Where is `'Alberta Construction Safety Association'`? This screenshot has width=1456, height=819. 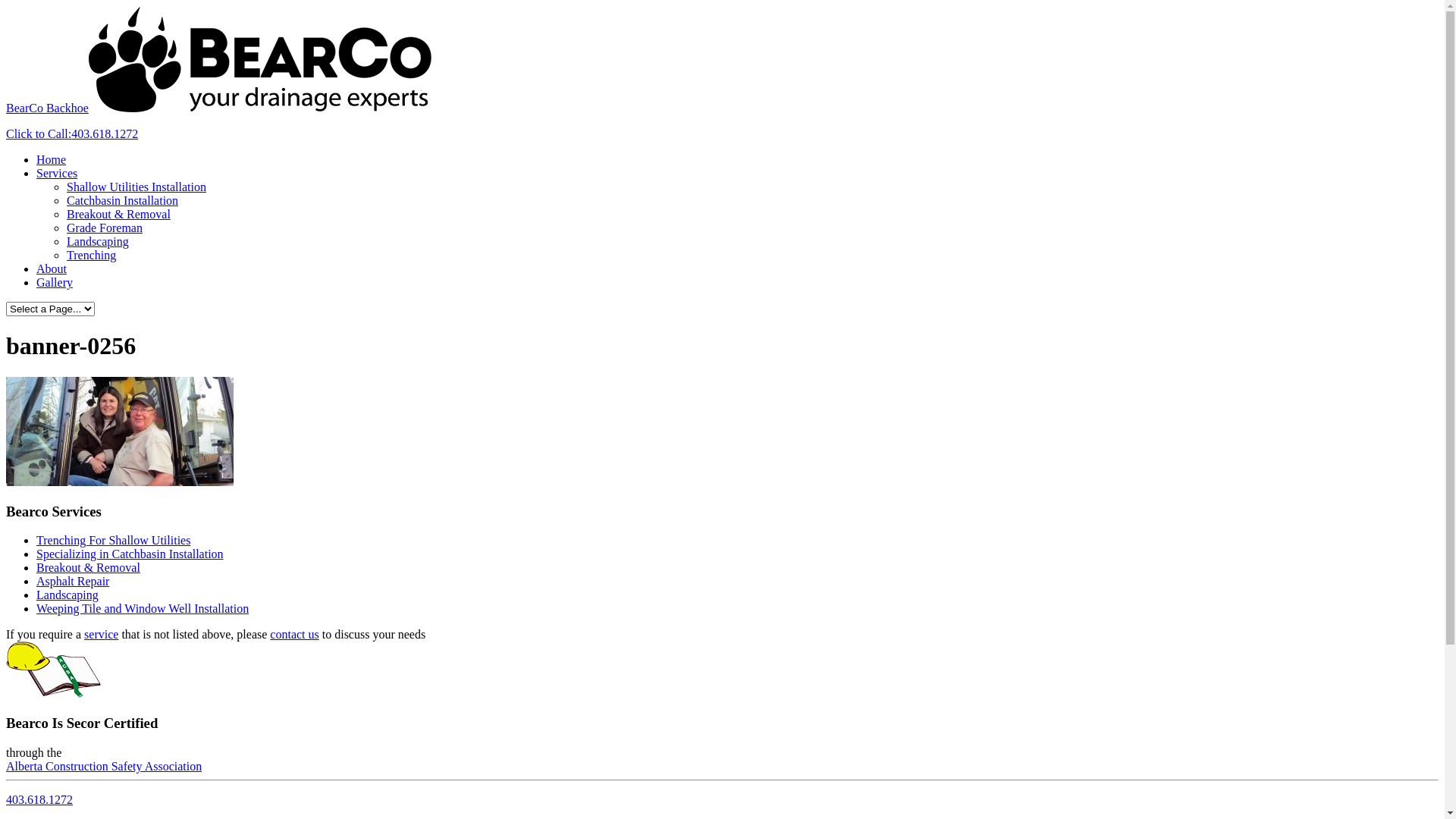 'Alberta Construction Safety Association' is located at coordinates (103, 766).